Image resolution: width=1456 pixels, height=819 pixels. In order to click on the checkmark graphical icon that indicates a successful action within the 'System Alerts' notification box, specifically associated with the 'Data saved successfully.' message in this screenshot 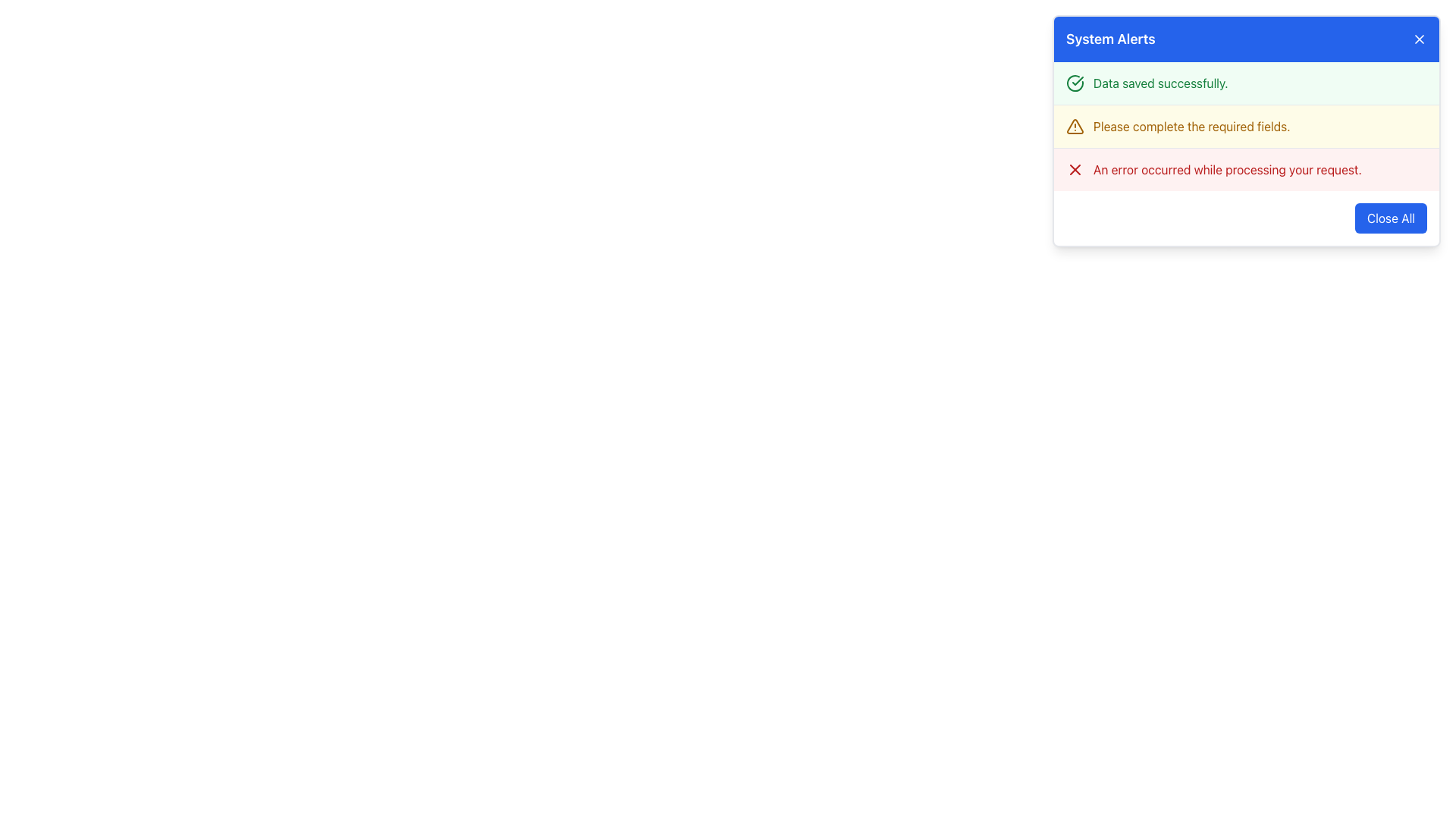, I will do `click(1077, 81)`.